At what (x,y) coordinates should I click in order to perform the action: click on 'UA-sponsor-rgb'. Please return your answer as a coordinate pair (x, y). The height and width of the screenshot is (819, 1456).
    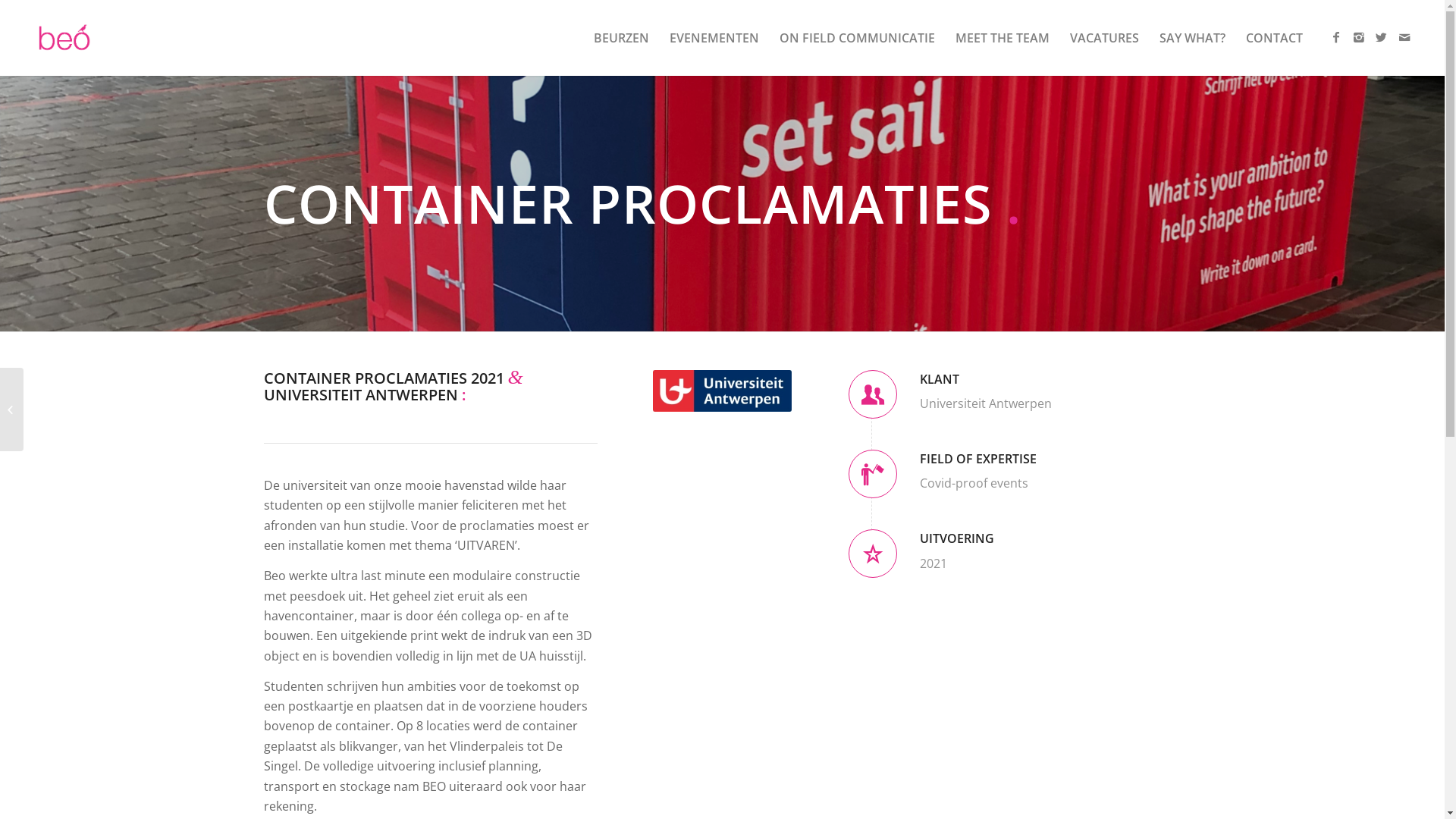
    Looking at the image, I should click on (722, 390).